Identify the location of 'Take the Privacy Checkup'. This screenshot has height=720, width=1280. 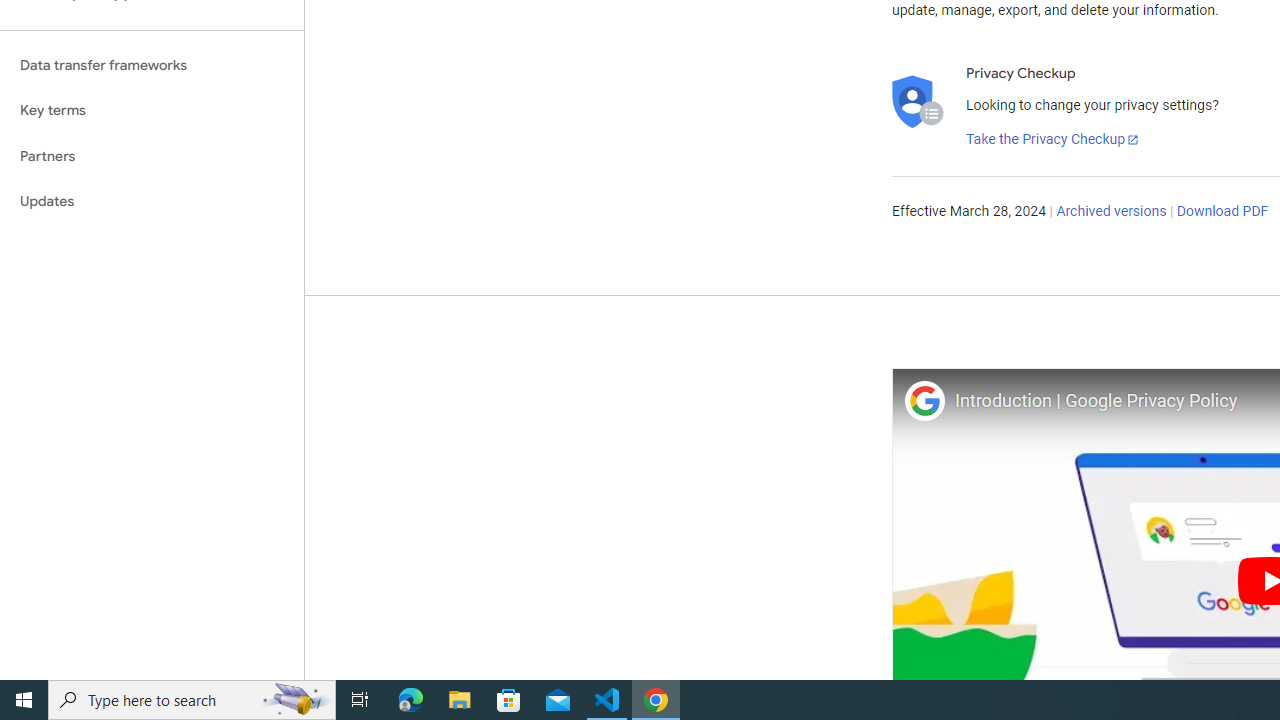
(1052, 139).